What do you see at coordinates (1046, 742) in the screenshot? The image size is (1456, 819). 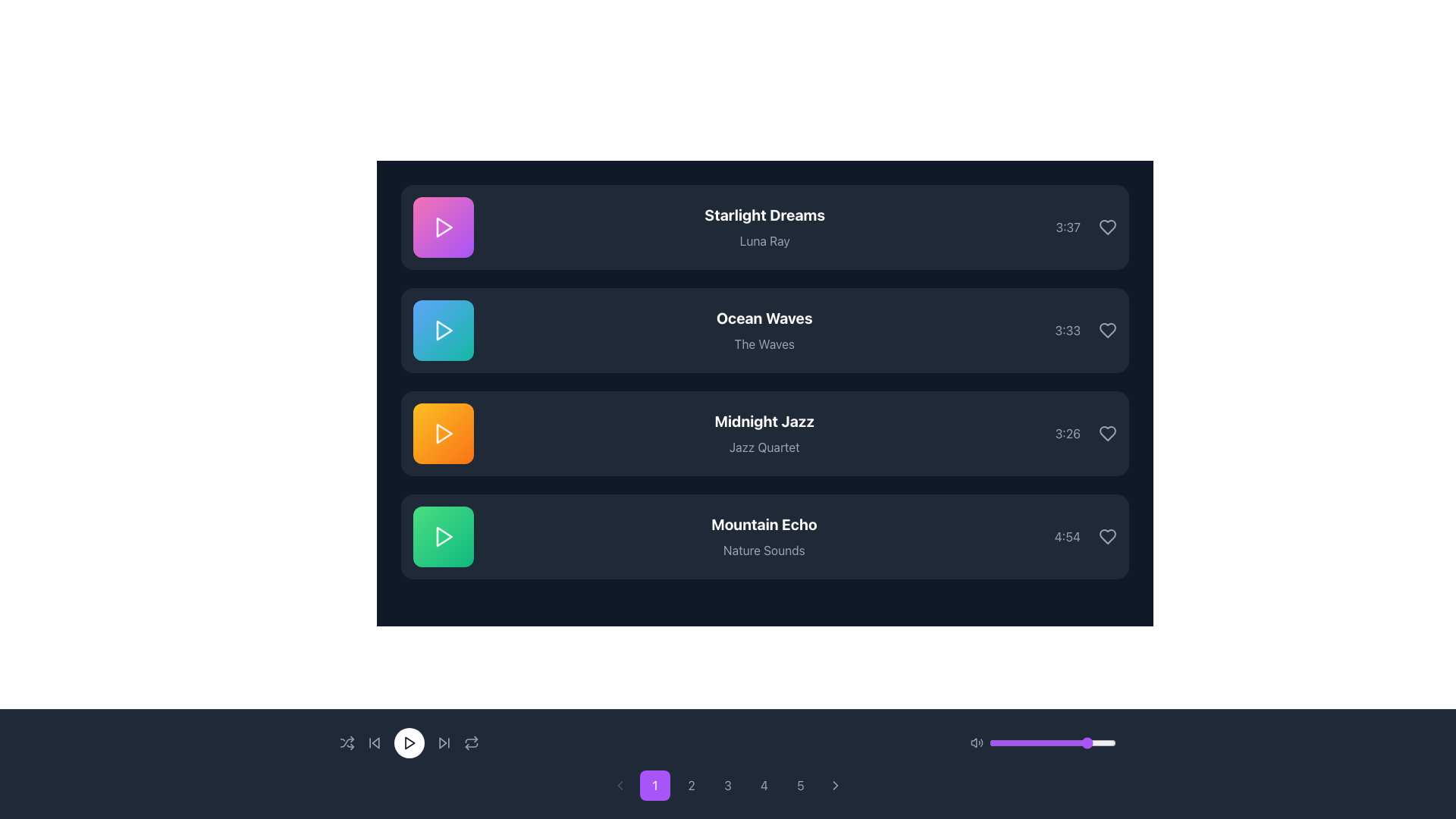 I see `the volume` at bounding box center [1046, 742].